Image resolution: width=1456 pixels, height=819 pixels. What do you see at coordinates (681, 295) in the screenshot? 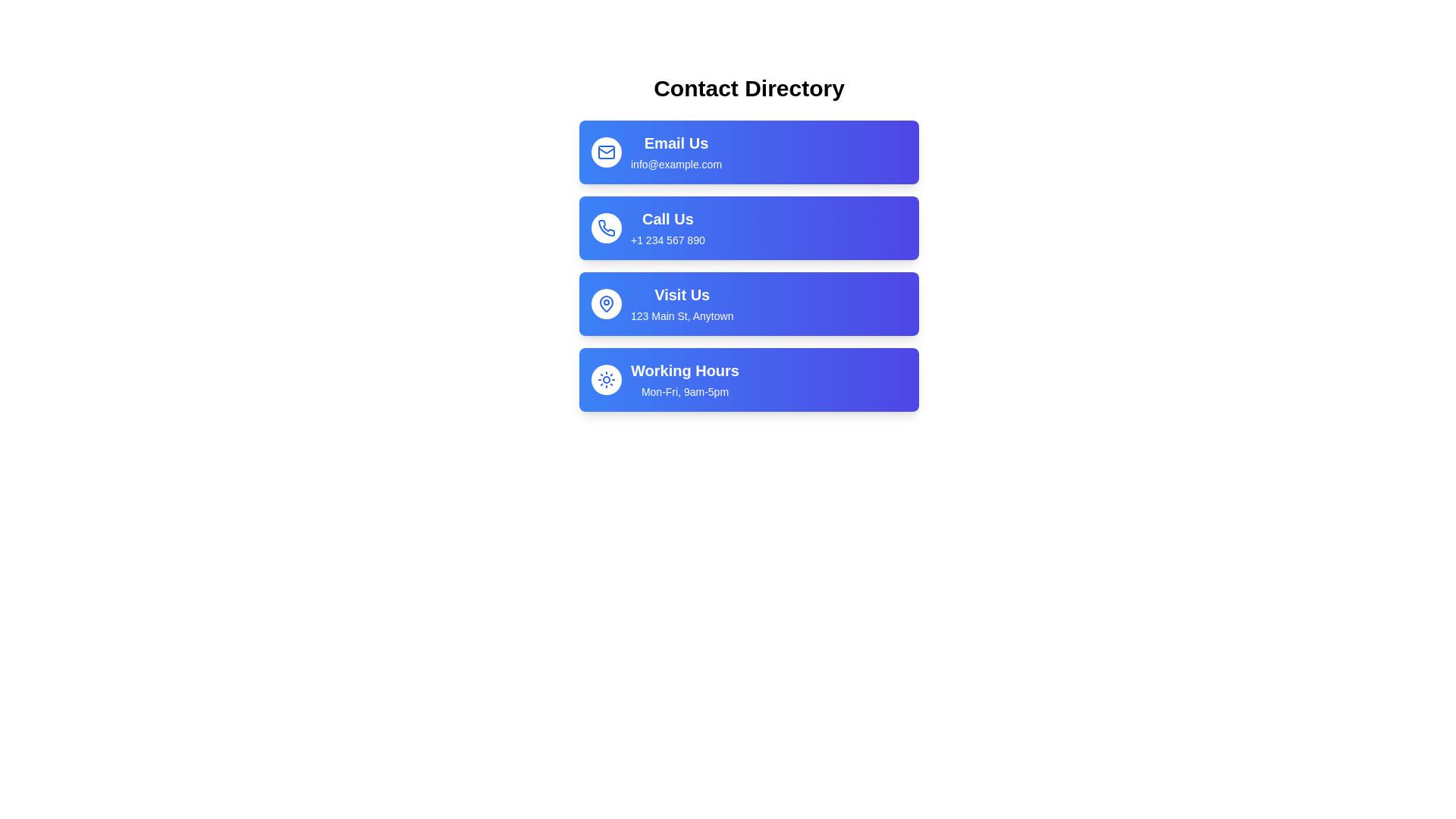
I see `the 'Visit Us' text label, which is styled in bold, large white font on a blue background, located in the third item of the contact methods list` at bounding box center [681, 295].